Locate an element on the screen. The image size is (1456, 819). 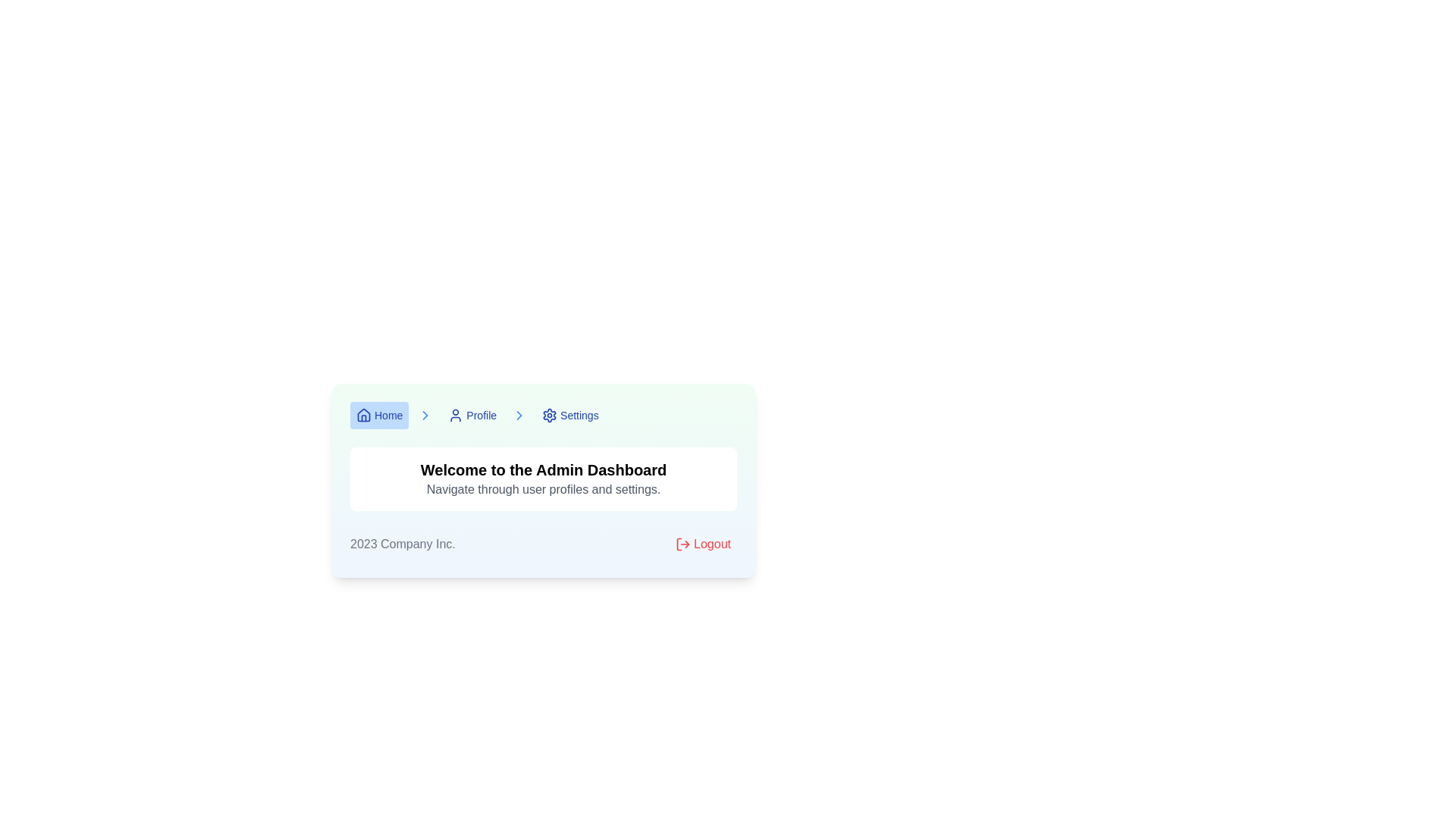
the logout Text label located in the lower-right corner of the card layout to initiate the logout process is located at coordinates (711, 543).